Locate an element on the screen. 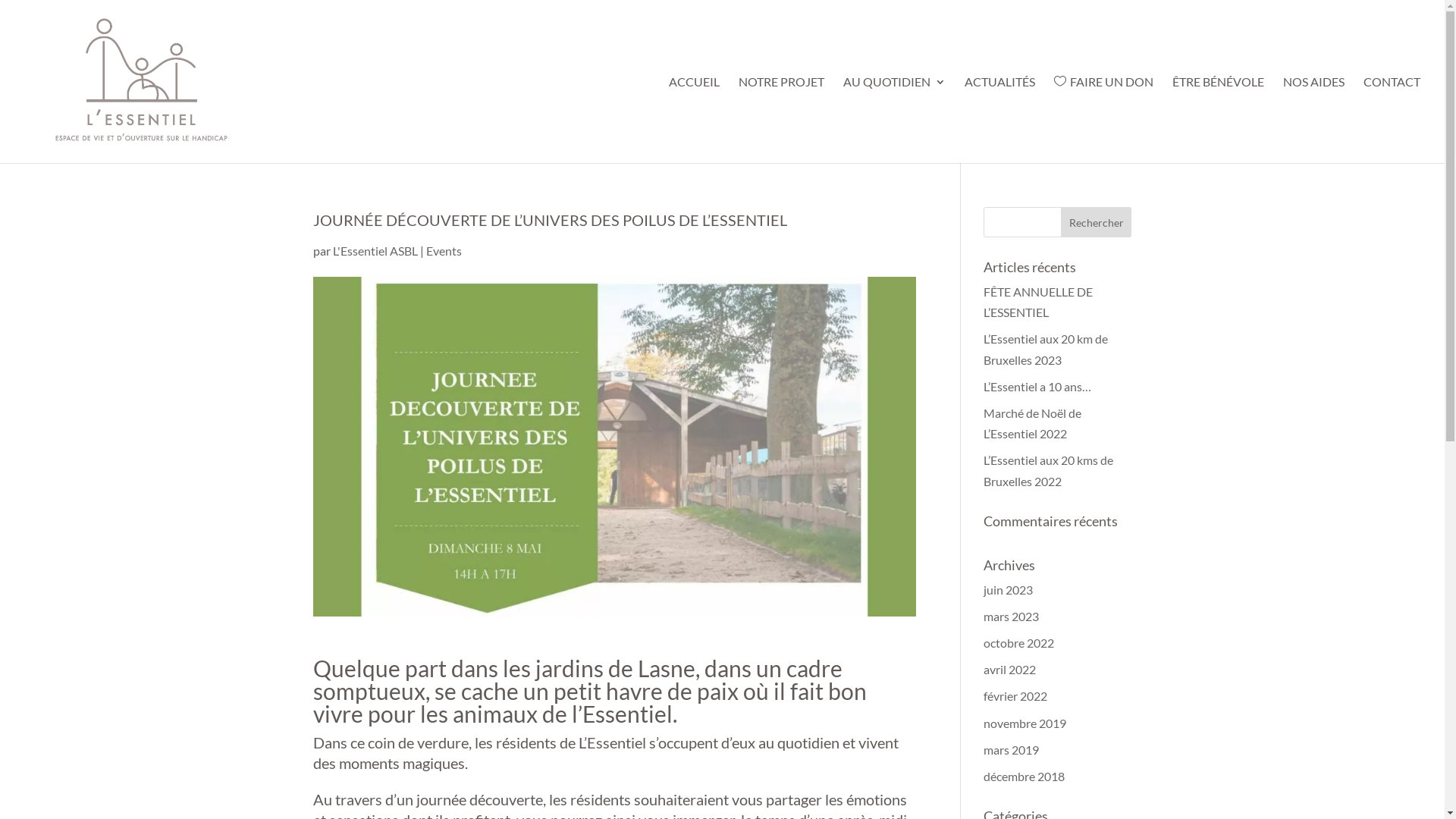 This screenshot has width=1456, height=819. 'mars 2023' is located at coordinates (1011, 616).